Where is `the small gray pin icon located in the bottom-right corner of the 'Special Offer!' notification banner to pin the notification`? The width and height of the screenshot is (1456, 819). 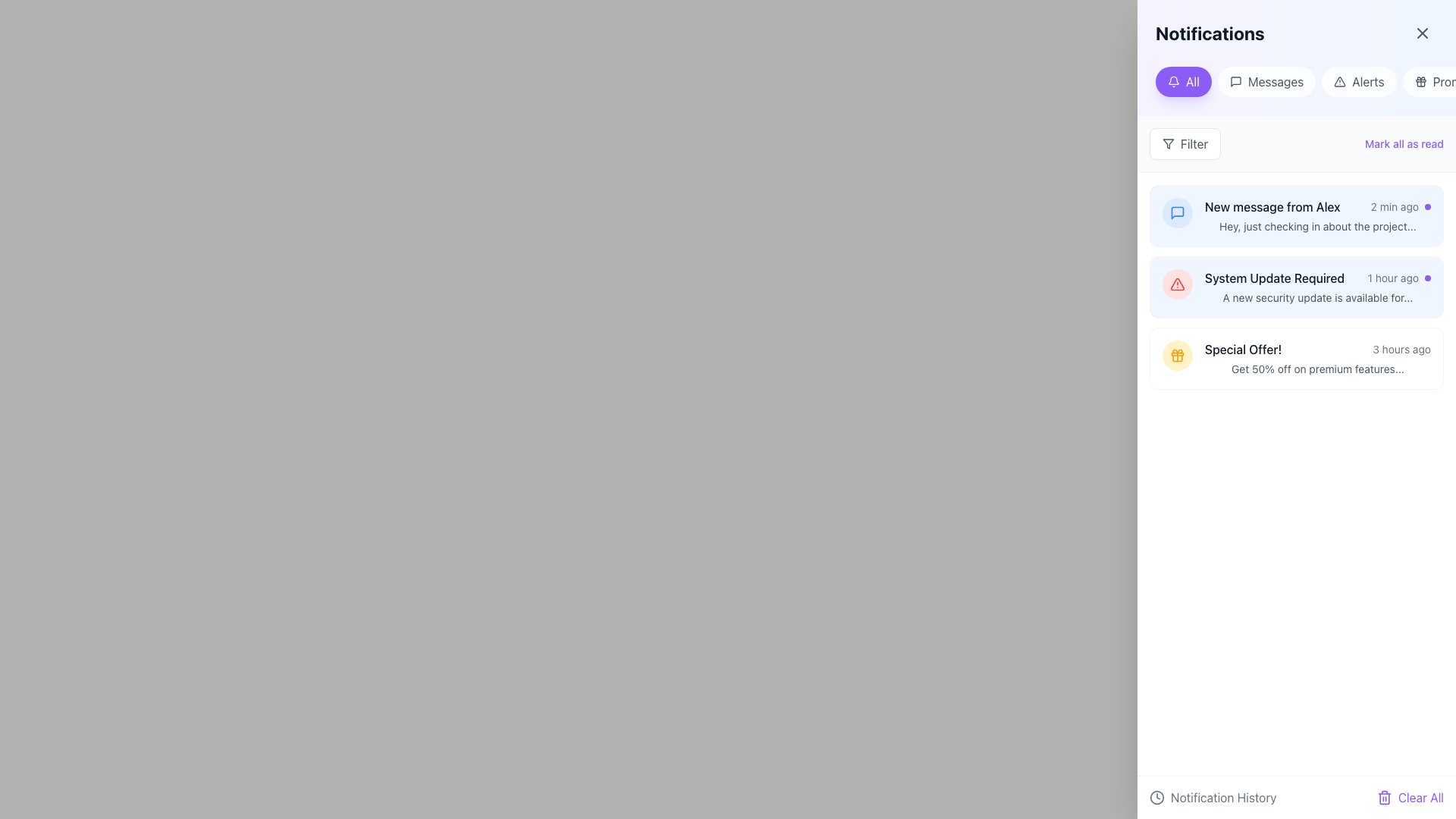
the small gray pin icon located in the bottom-right corner of the 'Special Offer!' notification banner to pin the notification is located at coordinates (1388, 359).